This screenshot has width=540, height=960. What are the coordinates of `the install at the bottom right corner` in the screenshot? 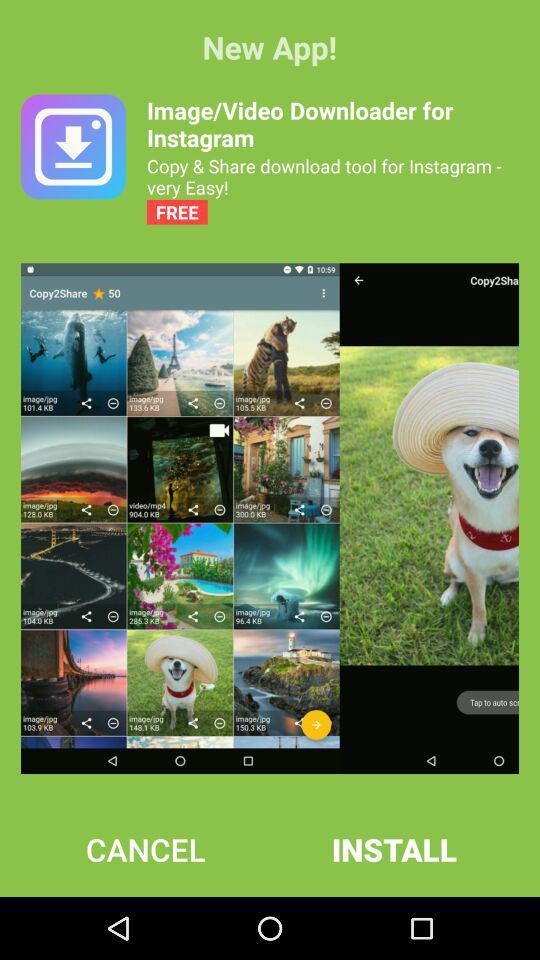 It's located at (394, 848).